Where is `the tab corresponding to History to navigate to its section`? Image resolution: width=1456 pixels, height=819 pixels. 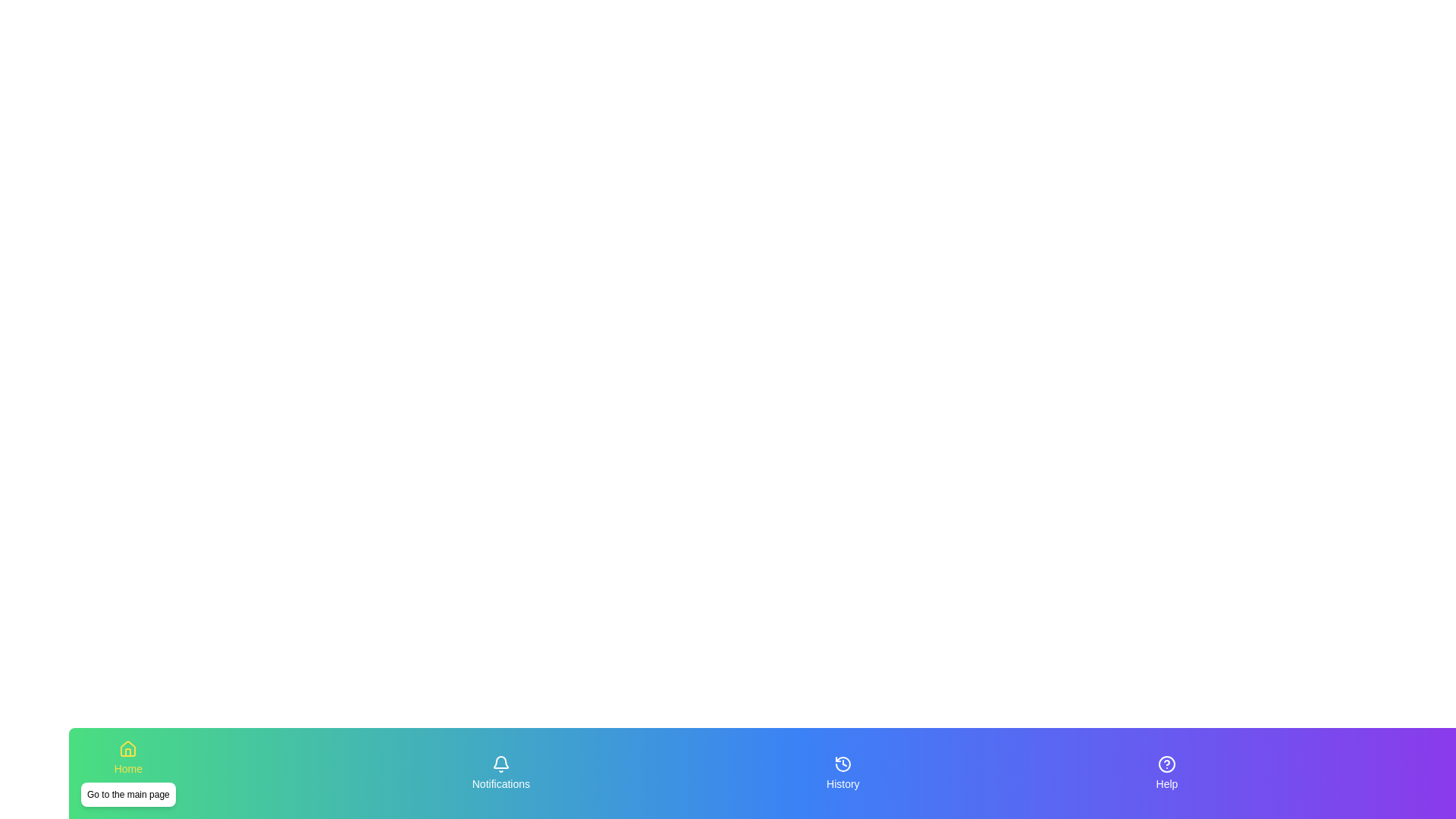
the tab corresponding to History to navigate to its section is located at coordinates (843, 773).